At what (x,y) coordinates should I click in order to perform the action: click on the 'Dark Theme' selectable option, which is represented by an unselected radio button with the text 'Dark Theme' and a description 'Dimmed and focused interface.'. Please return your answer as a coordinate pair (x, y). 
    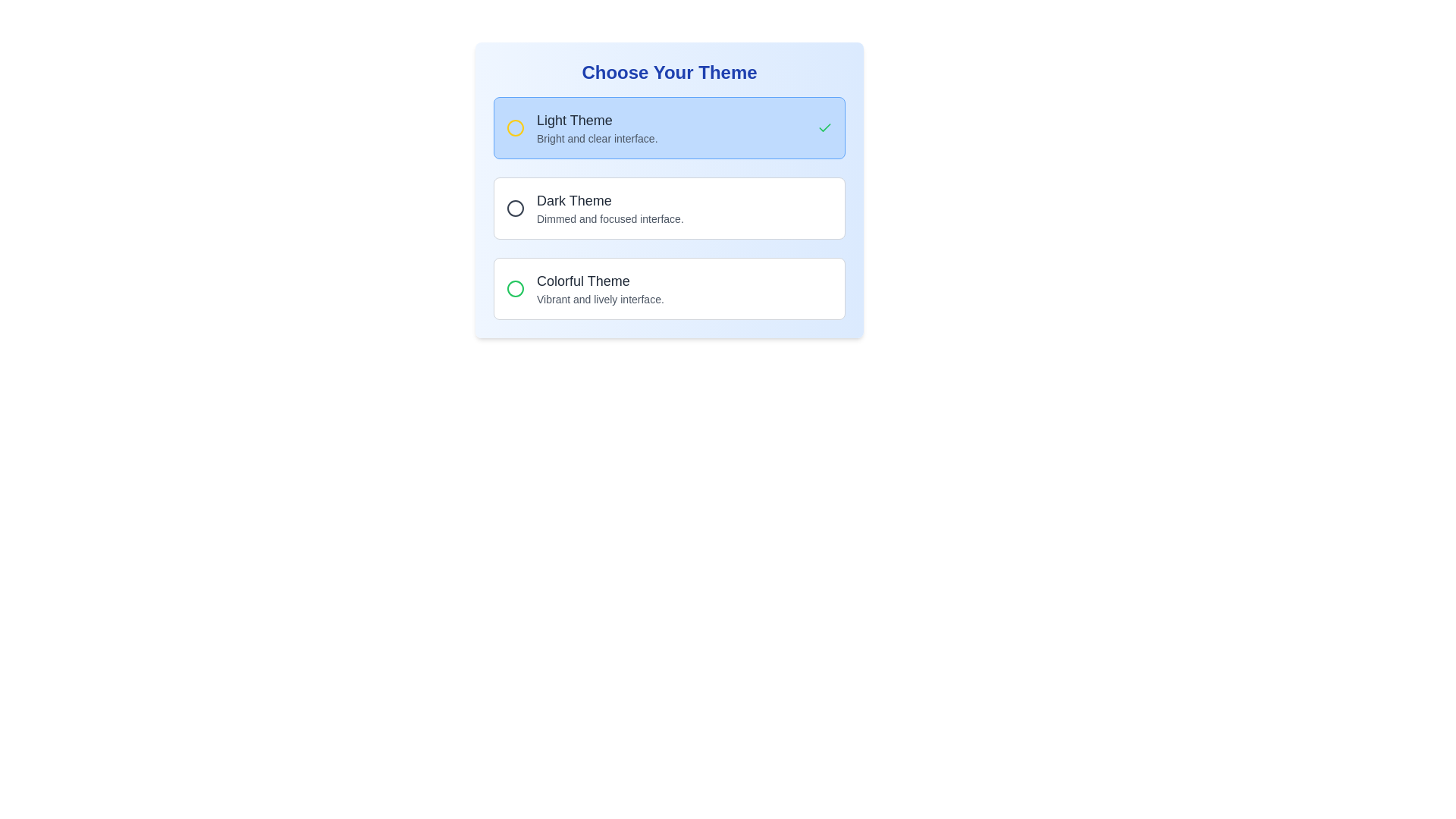
    Looking at the image, I should click on (669, 208).